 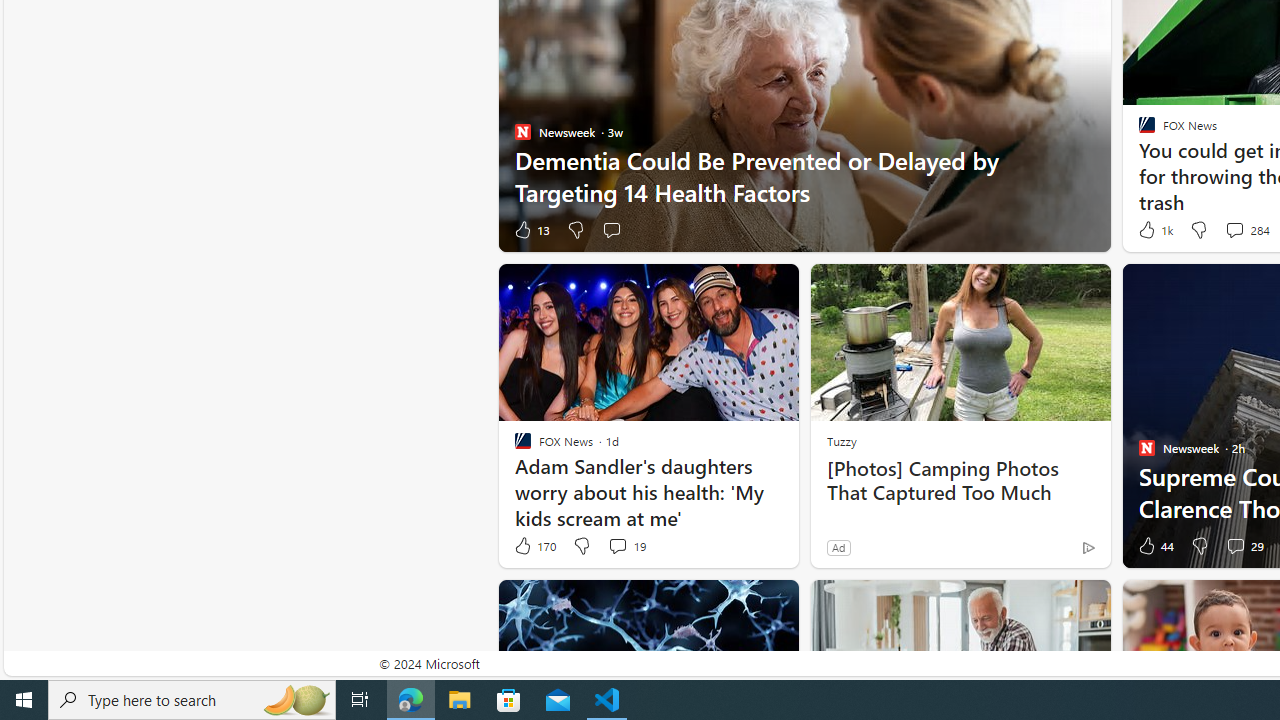 I want to click on '13 Like', so click(x=531, y=229).